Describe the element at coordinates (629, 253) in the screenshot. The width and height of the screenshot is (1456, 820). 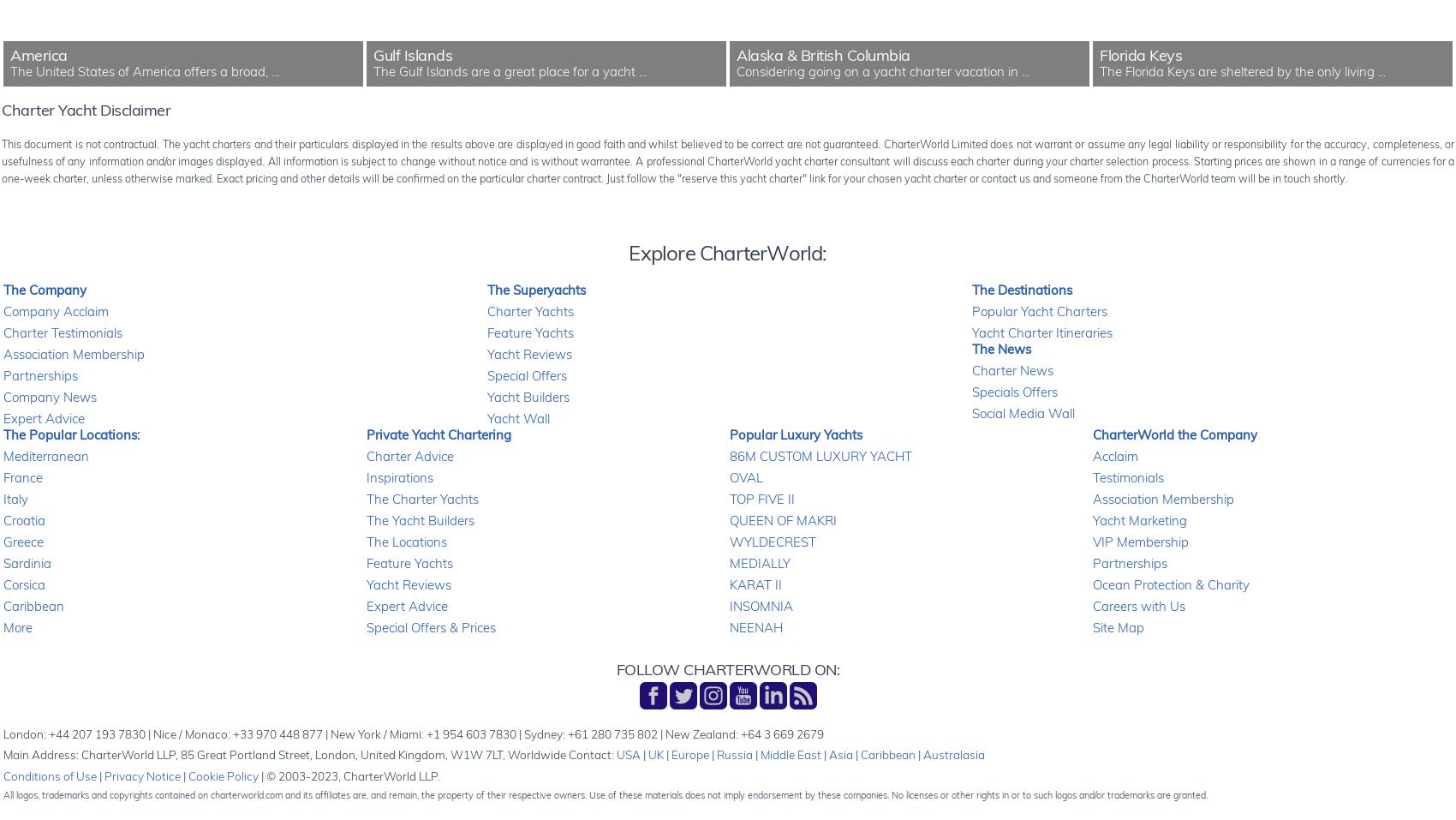
I see `'Explore CharterWorld:'` at that location.